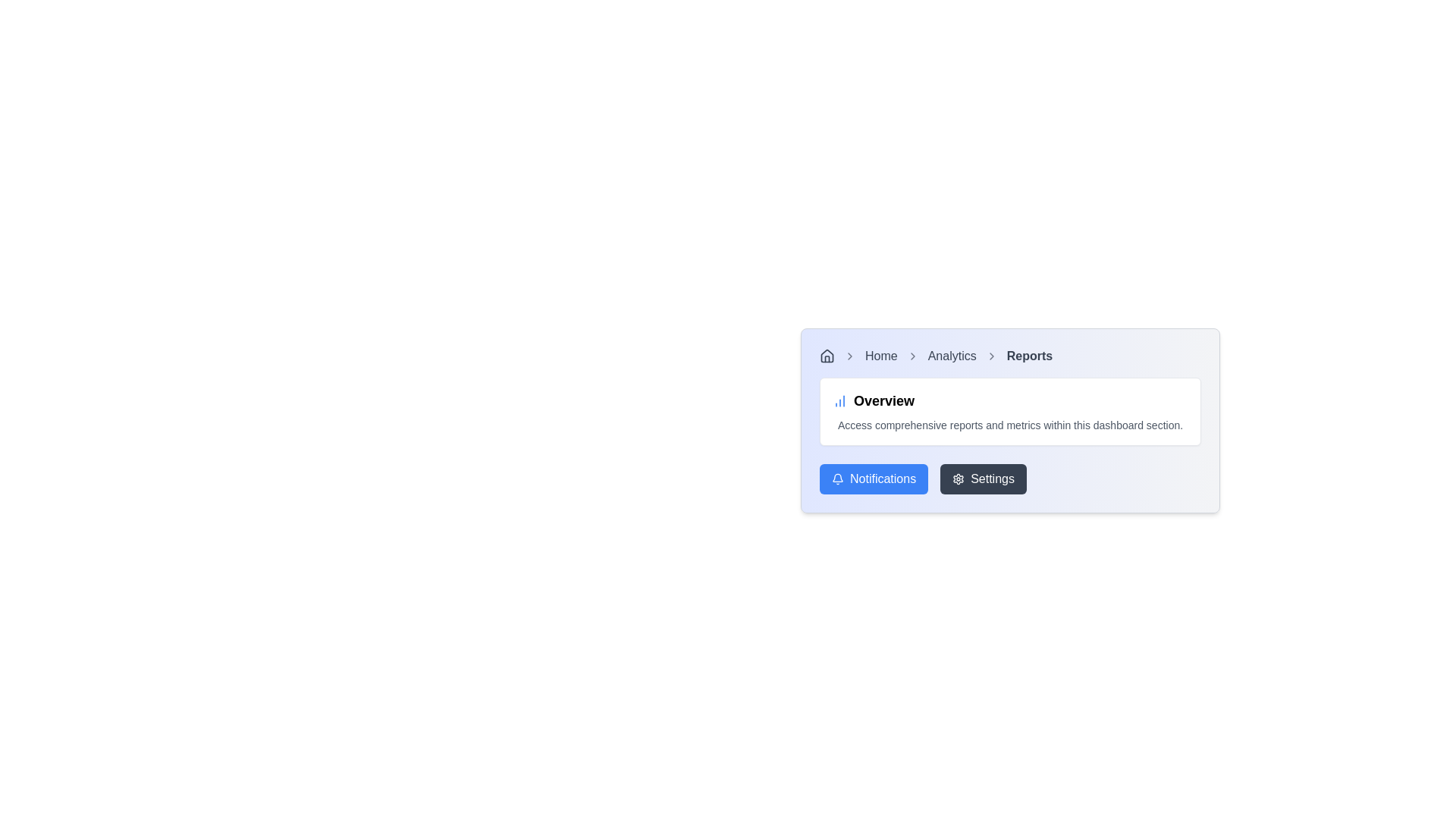 This screenshot has width=1456, height=819. Describe the element at coordinates (884, 400) in the screenshot. I see `title 'Overview' which serves as a heading summarizing the current section of the application, located to the right of a small blue chart icon` at that location.